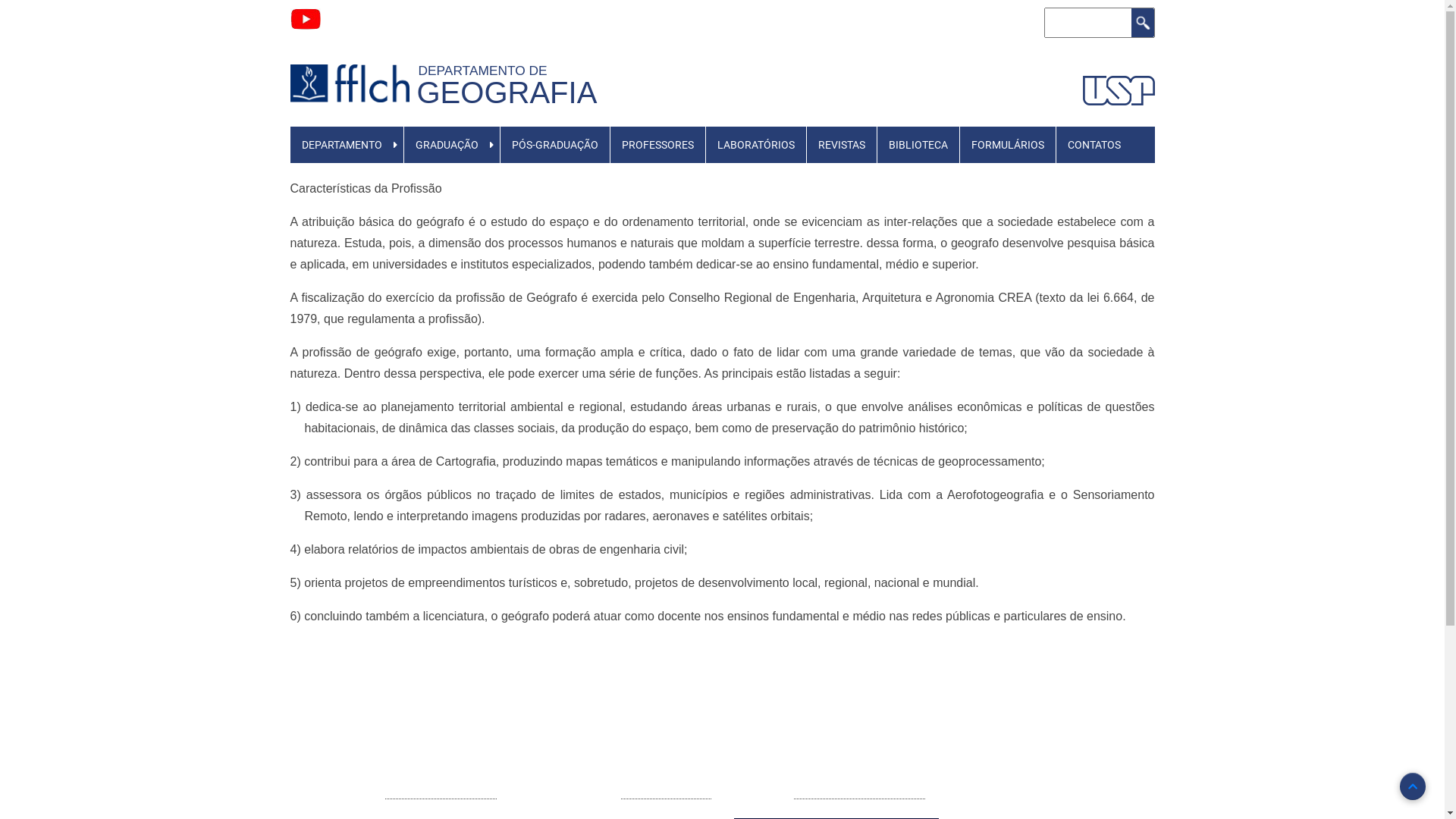 Image resolution: width=1456 pixels, height=819 pixels. Describe the element at coordinates (340, 145) in the screenshot. I see `'DEPARTAMENTO'` at that location.